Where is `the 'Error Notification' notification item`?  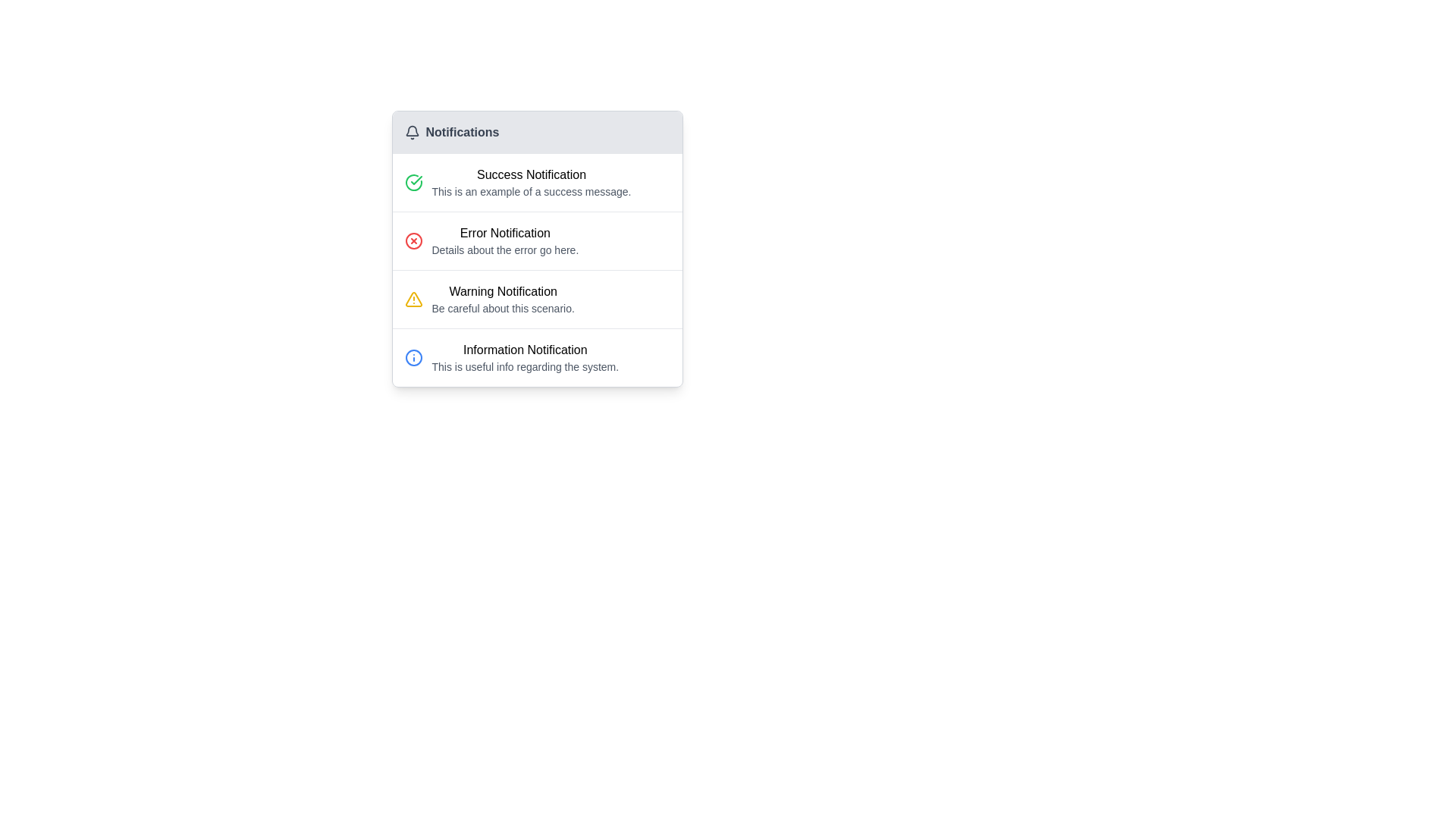 the 'Error Notification' notification item is located at coordinates (537, 240).